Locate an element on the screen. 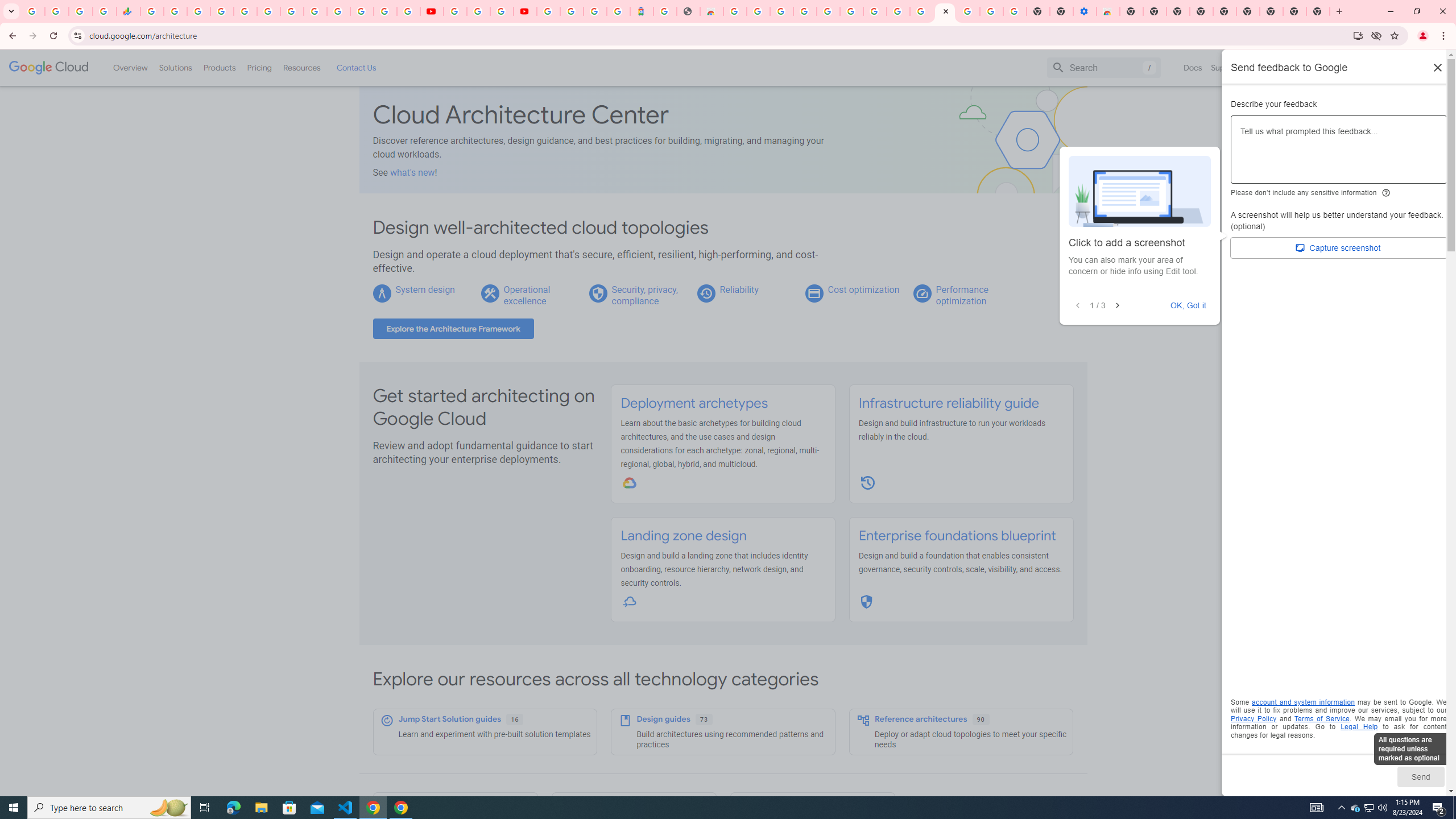 This screenshot has width=1456, height=819. 'Google Account Help' is located at coordinates (477, 11).